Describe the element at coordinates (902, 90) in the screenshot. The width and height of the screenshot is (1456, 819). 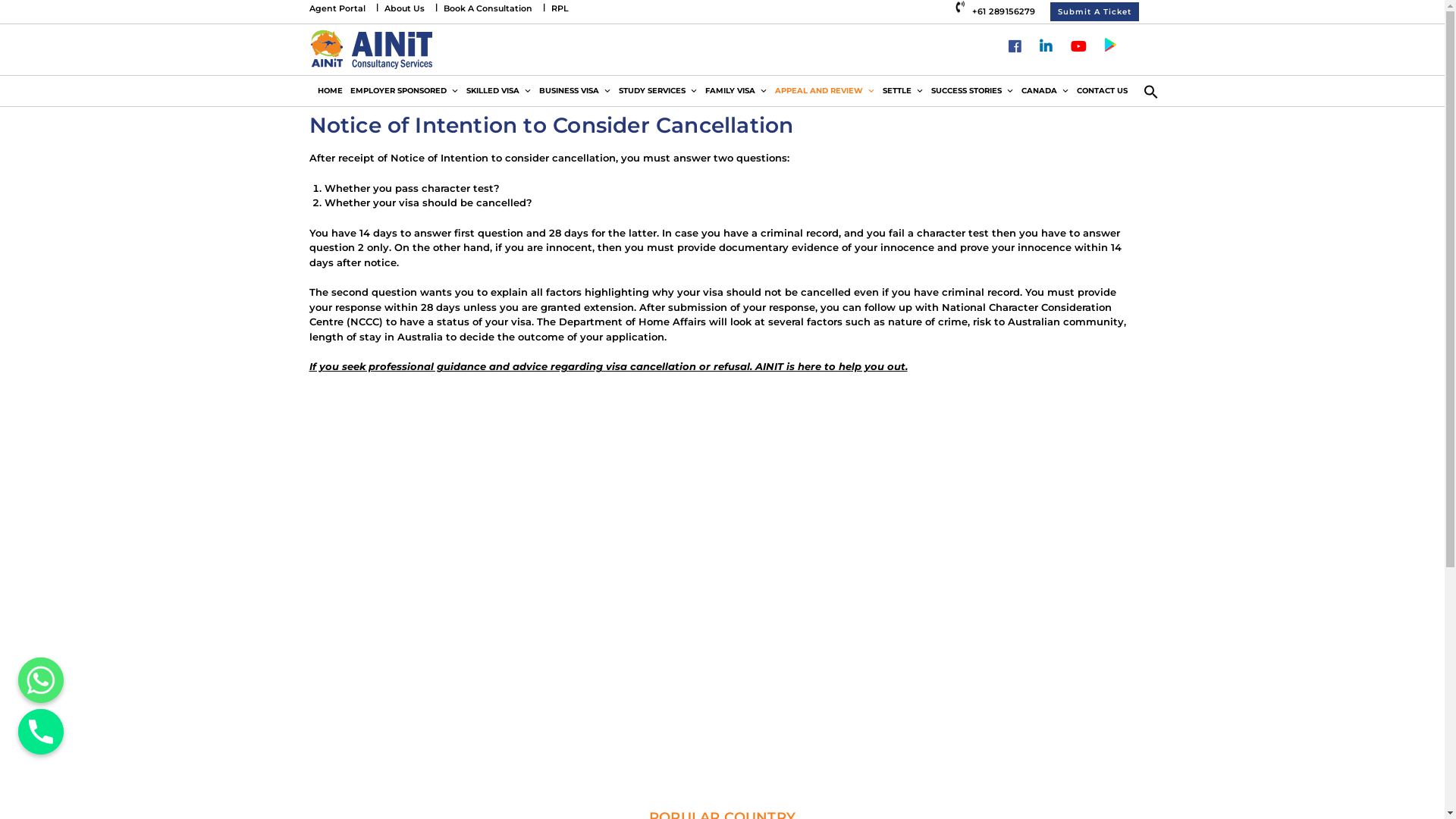
I see `'SETTLE'` at that location.